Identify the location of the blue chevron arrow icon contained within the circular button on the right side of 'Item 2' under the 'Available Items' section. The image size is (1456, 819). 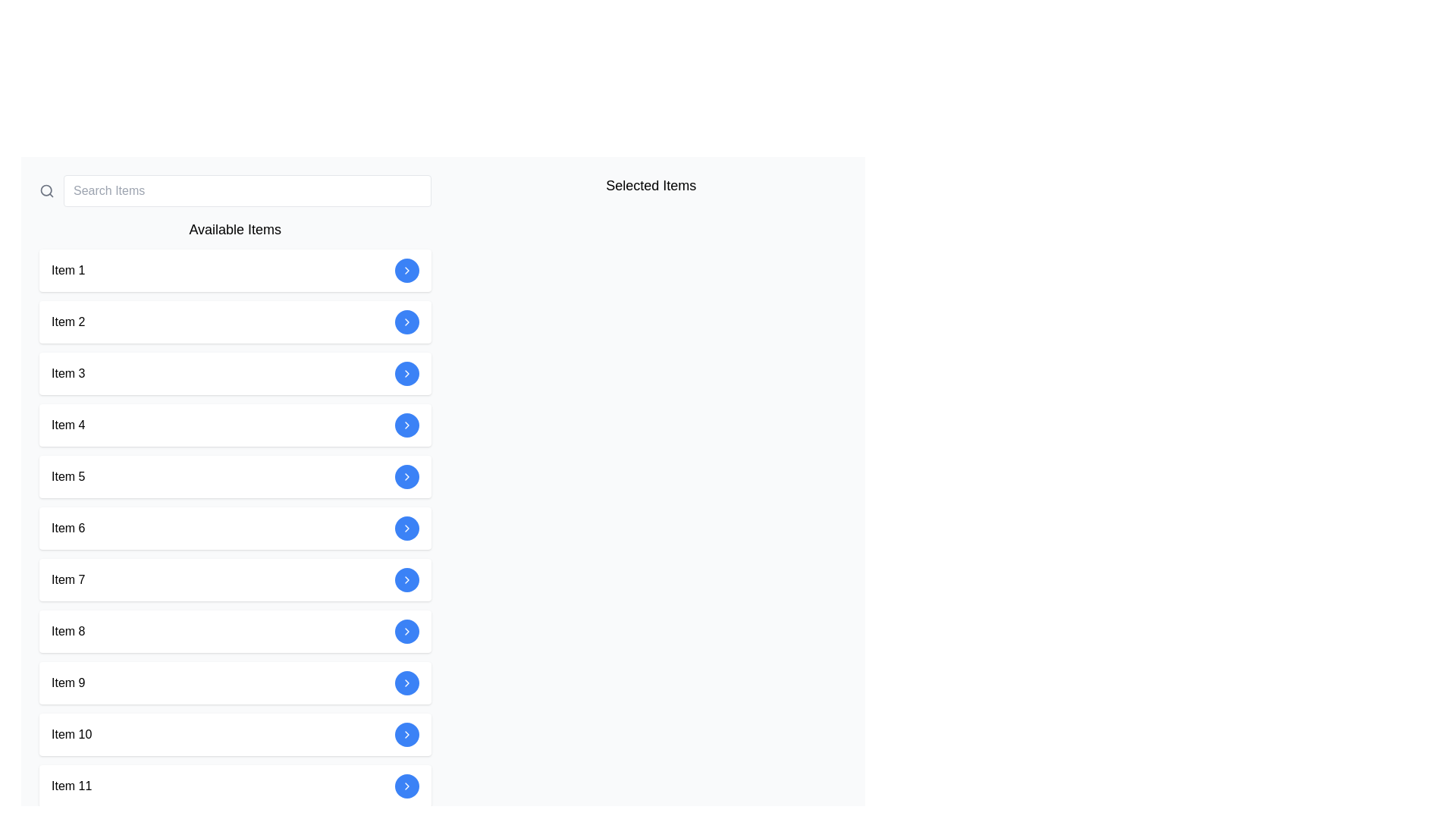
(406, 321).